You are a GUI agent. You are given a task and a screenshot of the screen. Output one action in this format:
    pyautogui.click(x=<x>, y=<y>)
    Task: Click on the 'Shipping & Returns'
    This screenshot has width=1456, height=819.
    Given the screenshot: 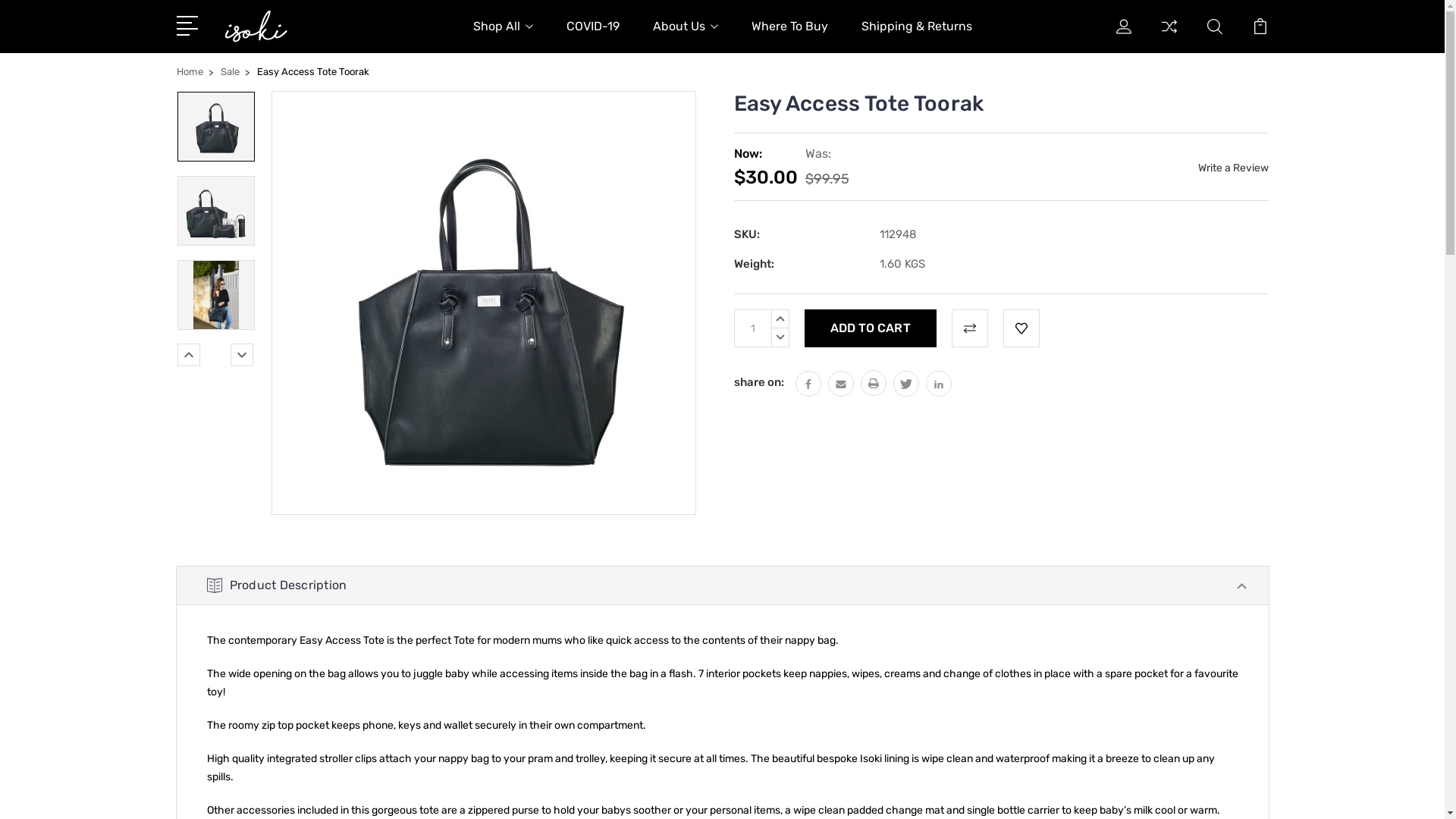 What is the action you would take?
    pyautogui.click(x=916, y=34)
    